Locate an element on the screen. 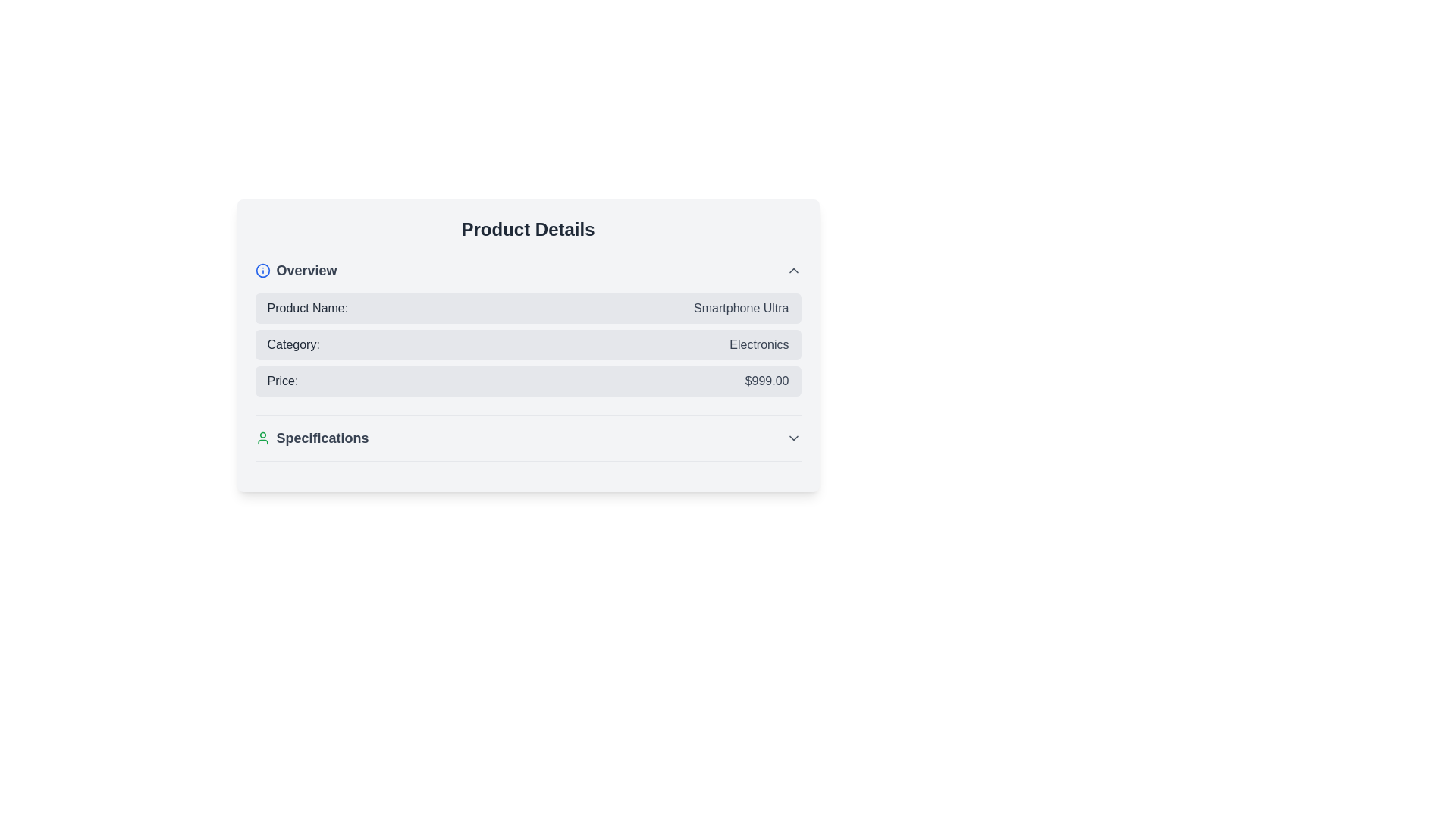  the chevron icon representing the dropdown toggle in the 'Specifications' section to possibly display a tooltip is located at coordinates (792, 438).